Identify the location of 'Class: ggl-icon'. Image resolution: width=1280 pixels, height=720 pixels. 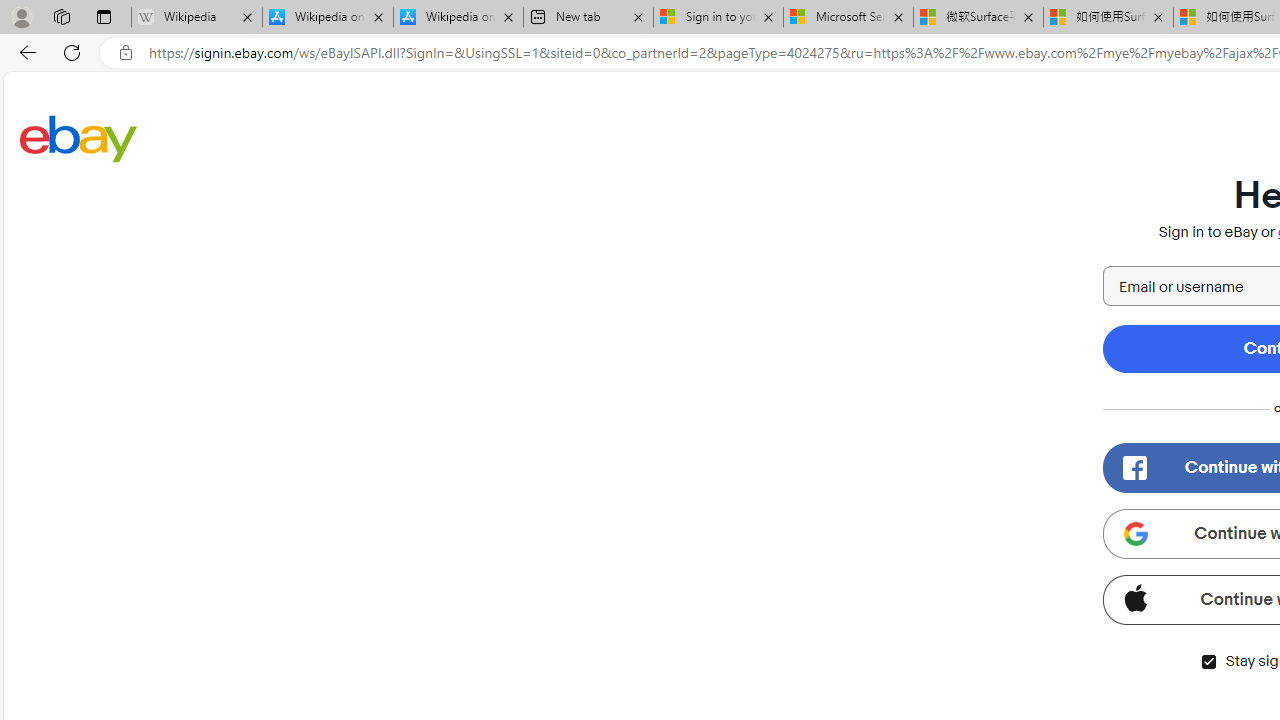
(1135, 532).